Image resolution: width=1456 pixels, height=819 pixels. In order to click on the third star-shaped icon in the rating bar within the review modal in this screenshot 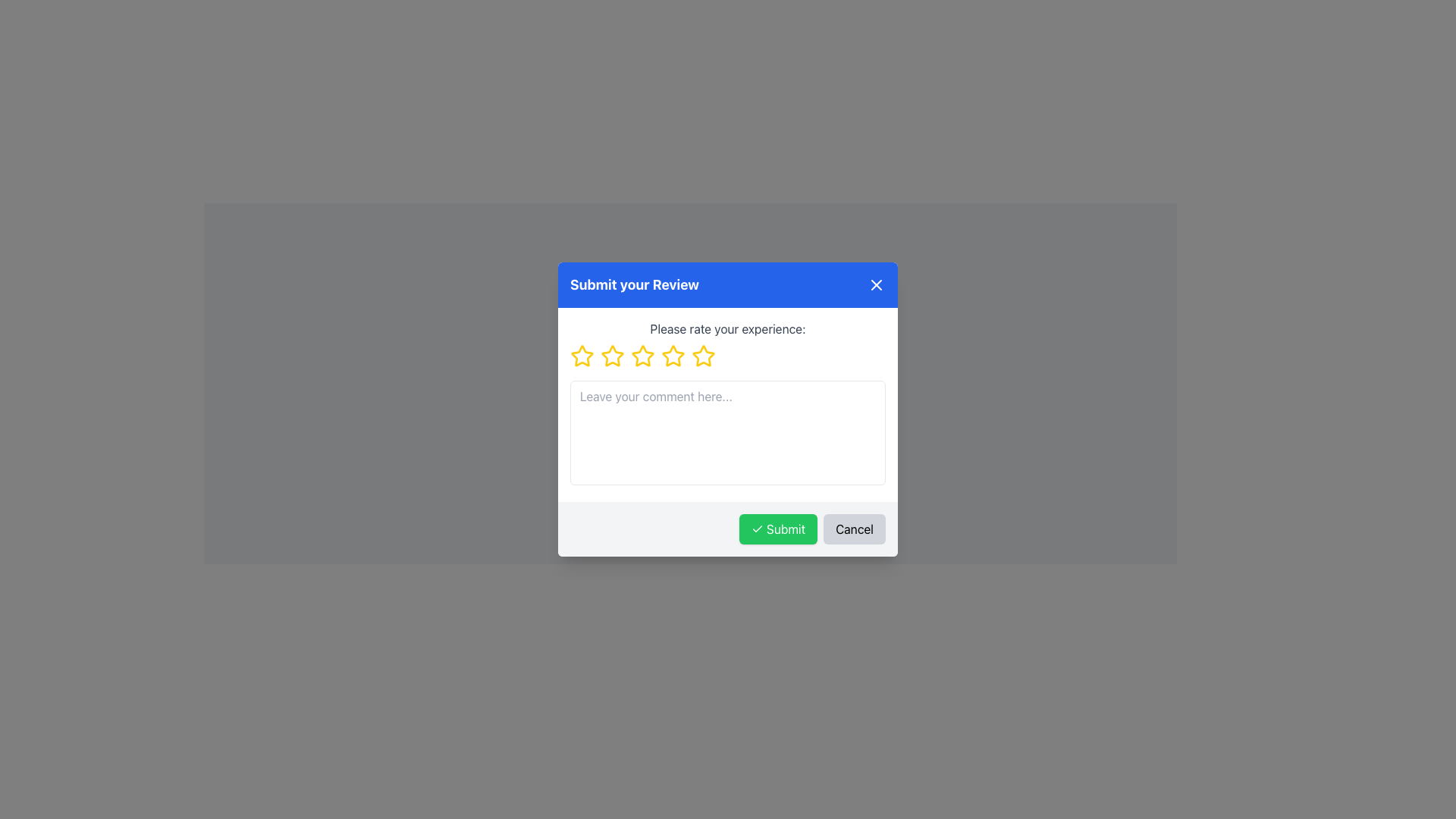, I will do `click(612, 356)`.